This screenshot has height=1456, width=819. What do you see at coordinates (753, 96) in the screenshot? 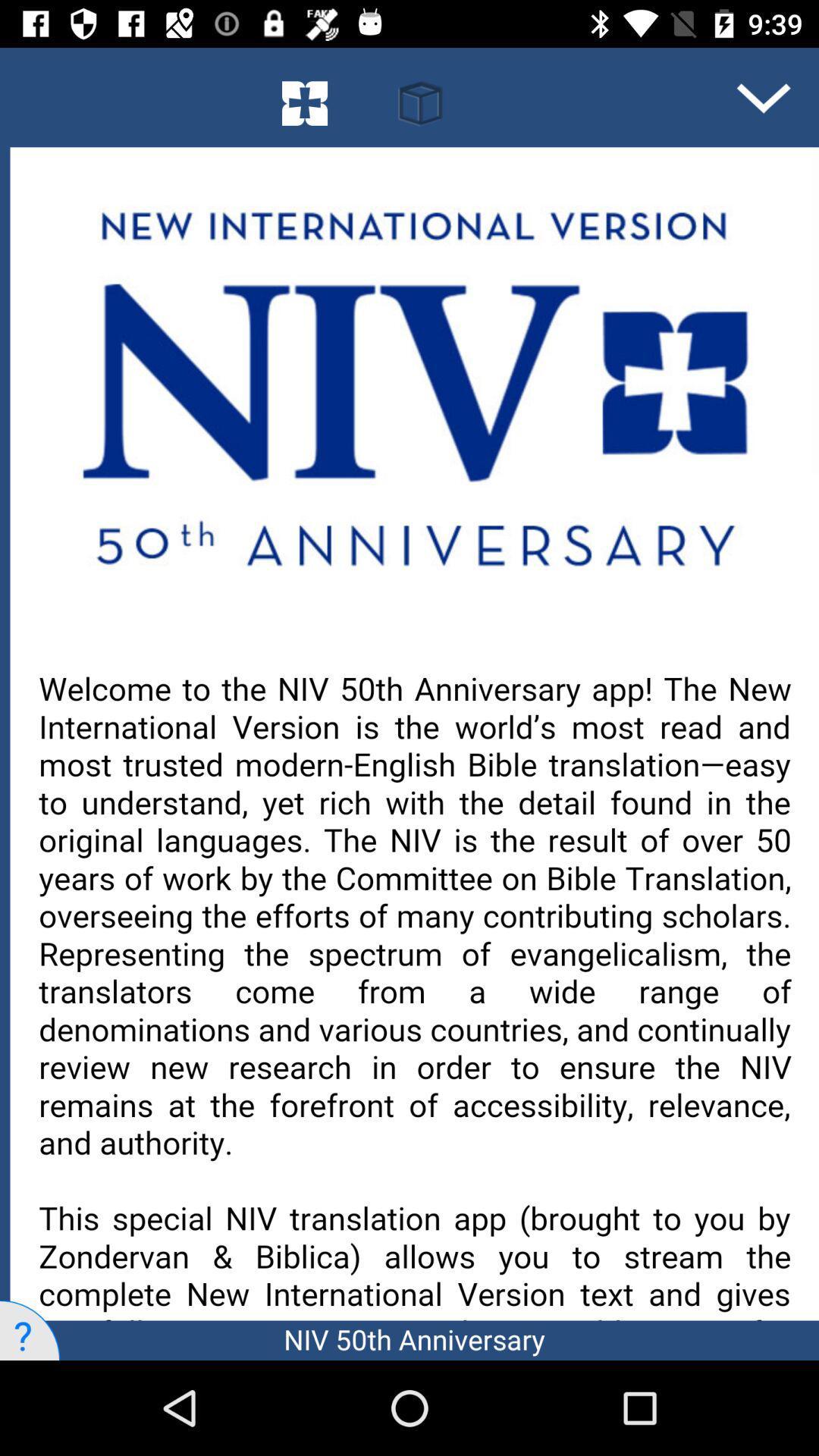
I see `the expand_more icon` at bounding box center [753, 96].